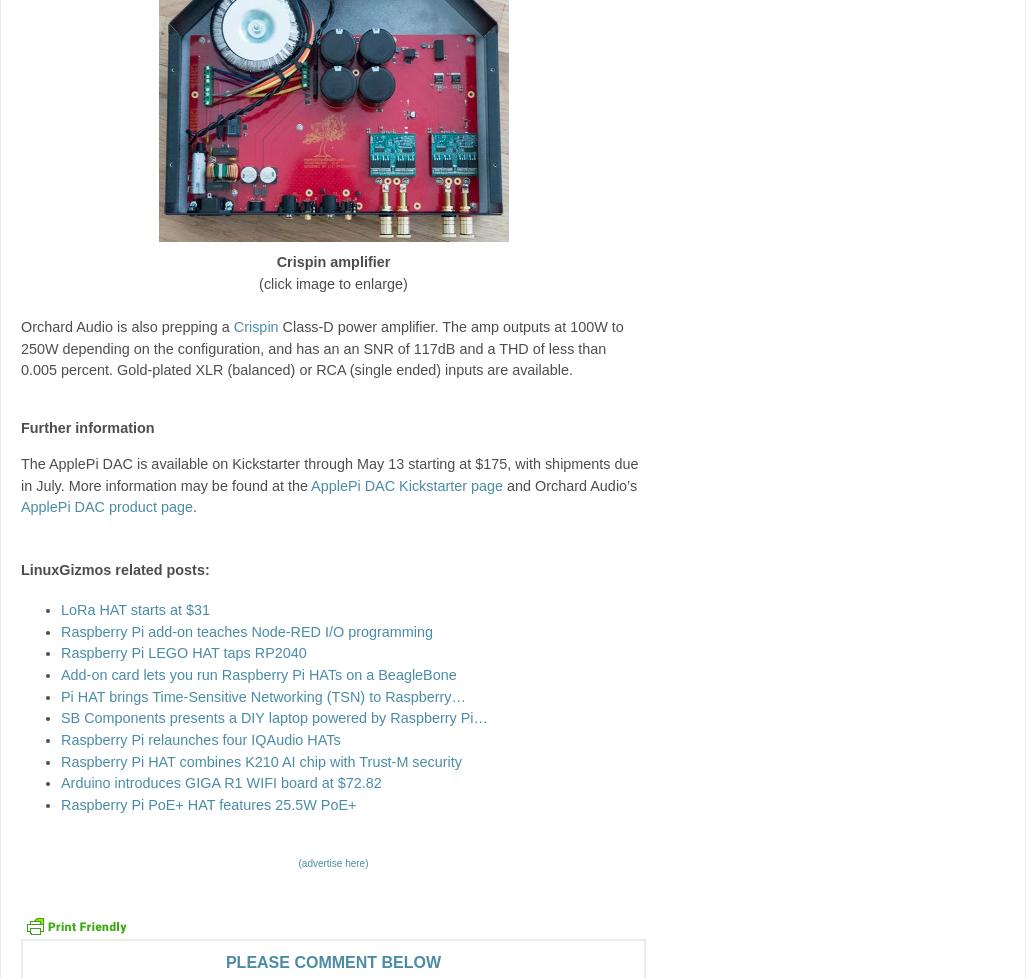 This screenshot has height=978, width=1026. Describe the element at coordinates (208, 803) in the screenshot. I see `'Raspberry Pi PoE+ HAT features 25.5W PoE+'` at that location.